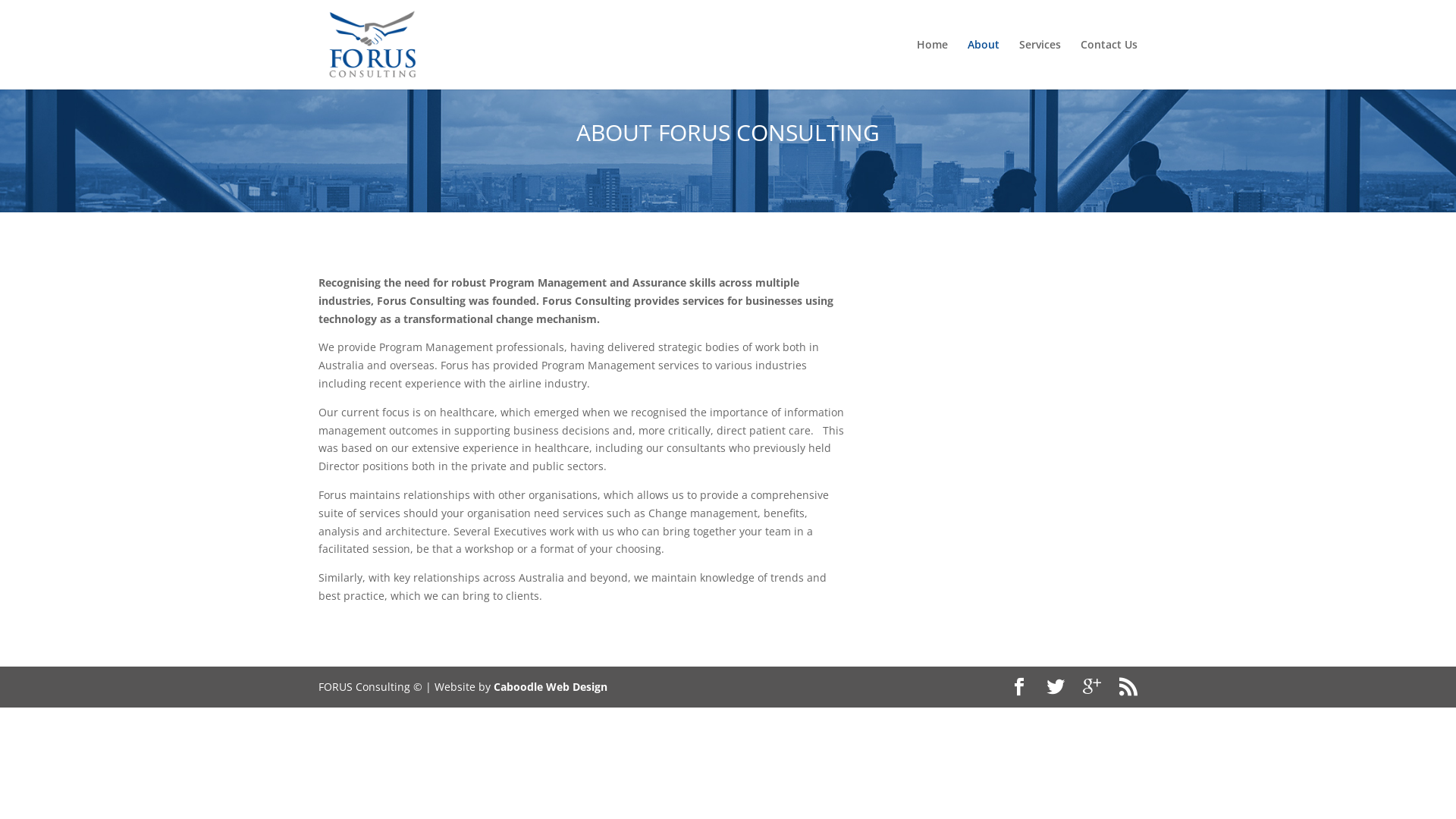  What do you see at coordinates (931, 63) in the screenshot?
I see `'Home'` at bounding box center [931, 63].